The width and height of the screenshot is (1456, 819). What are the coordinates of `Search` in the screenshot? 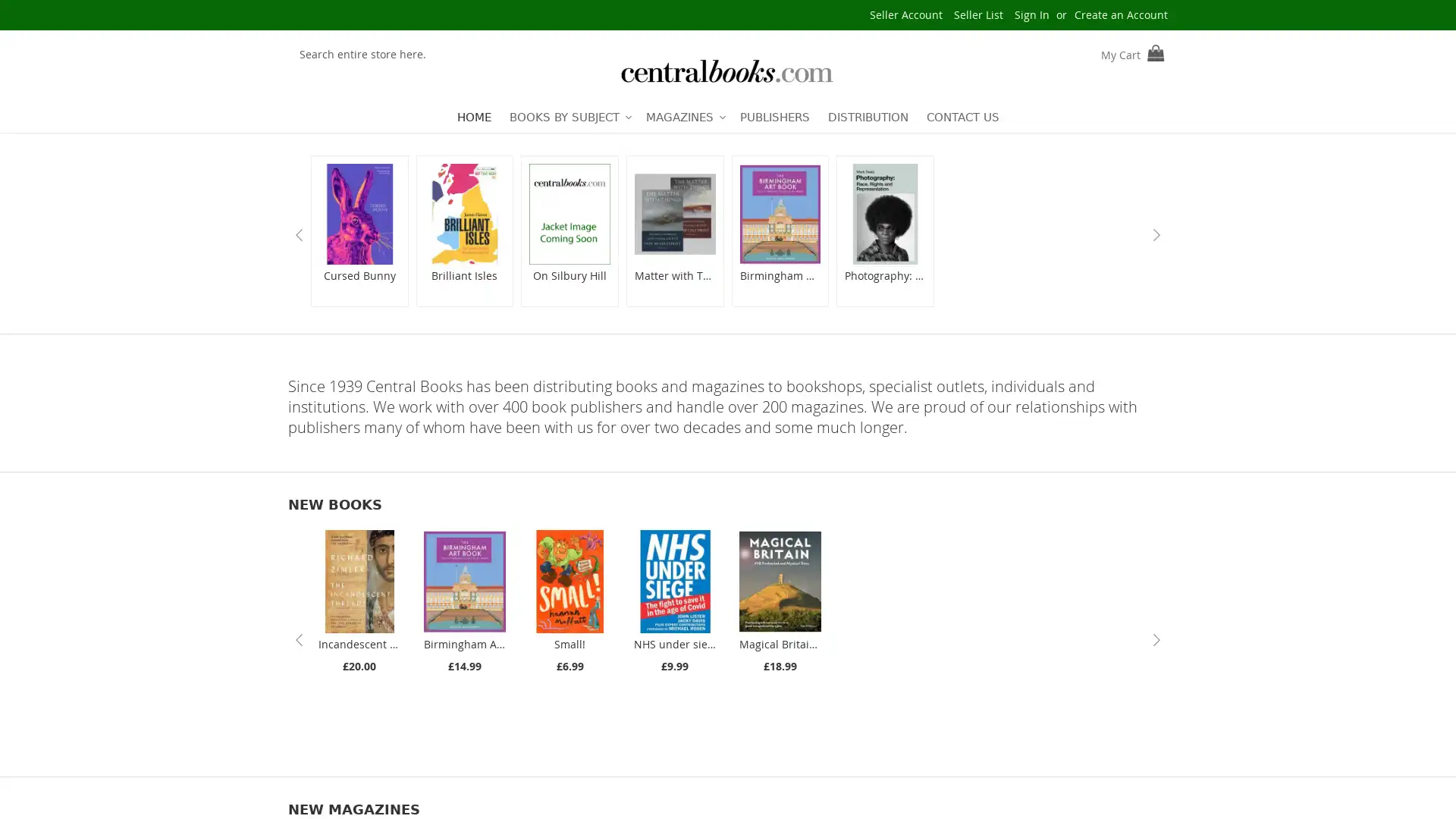 It's located at (467, 52).